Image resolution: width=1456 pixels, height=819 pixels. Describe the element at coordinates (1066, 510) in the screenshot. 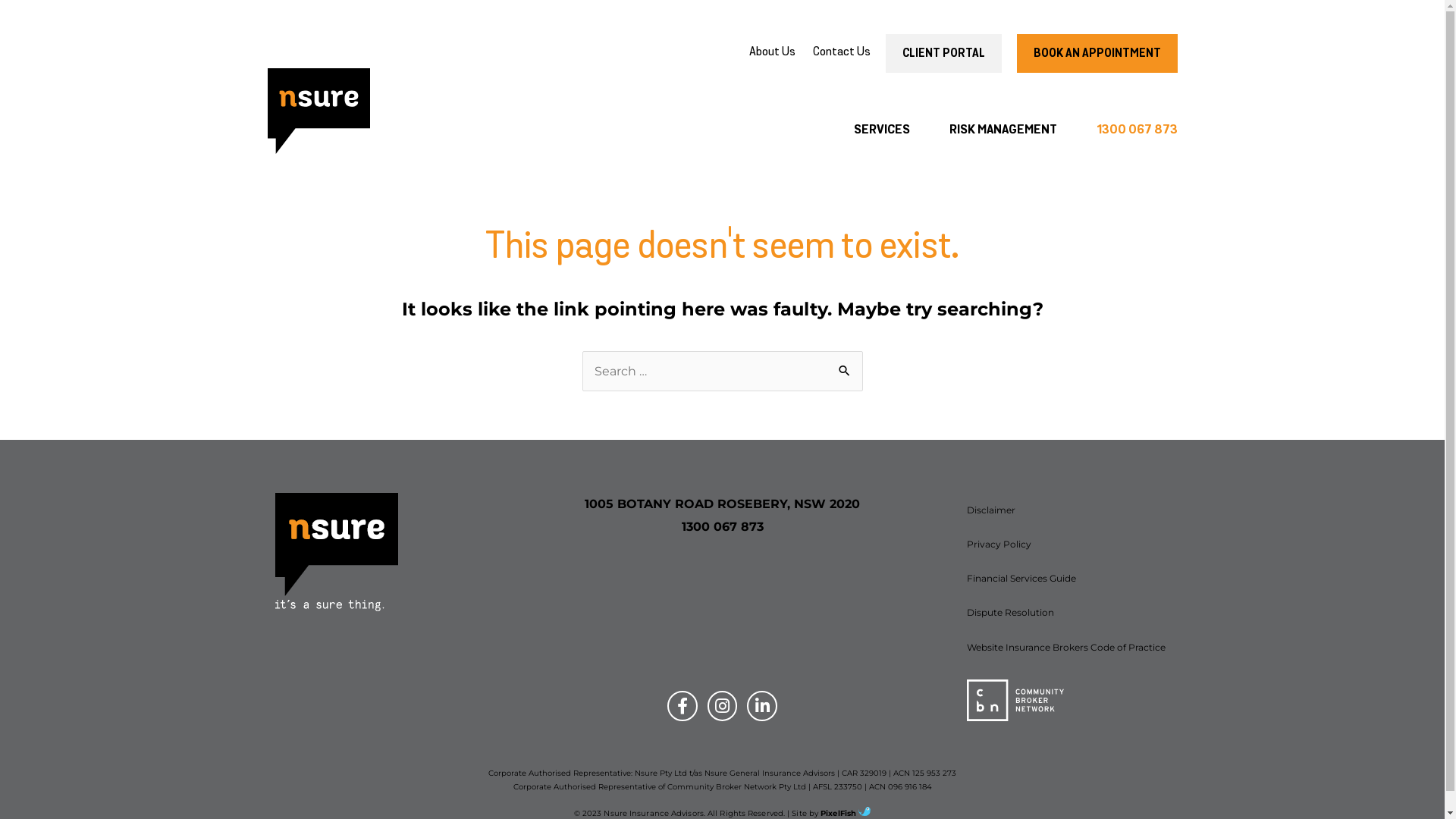

I see `'Disclaimer'` at that location.